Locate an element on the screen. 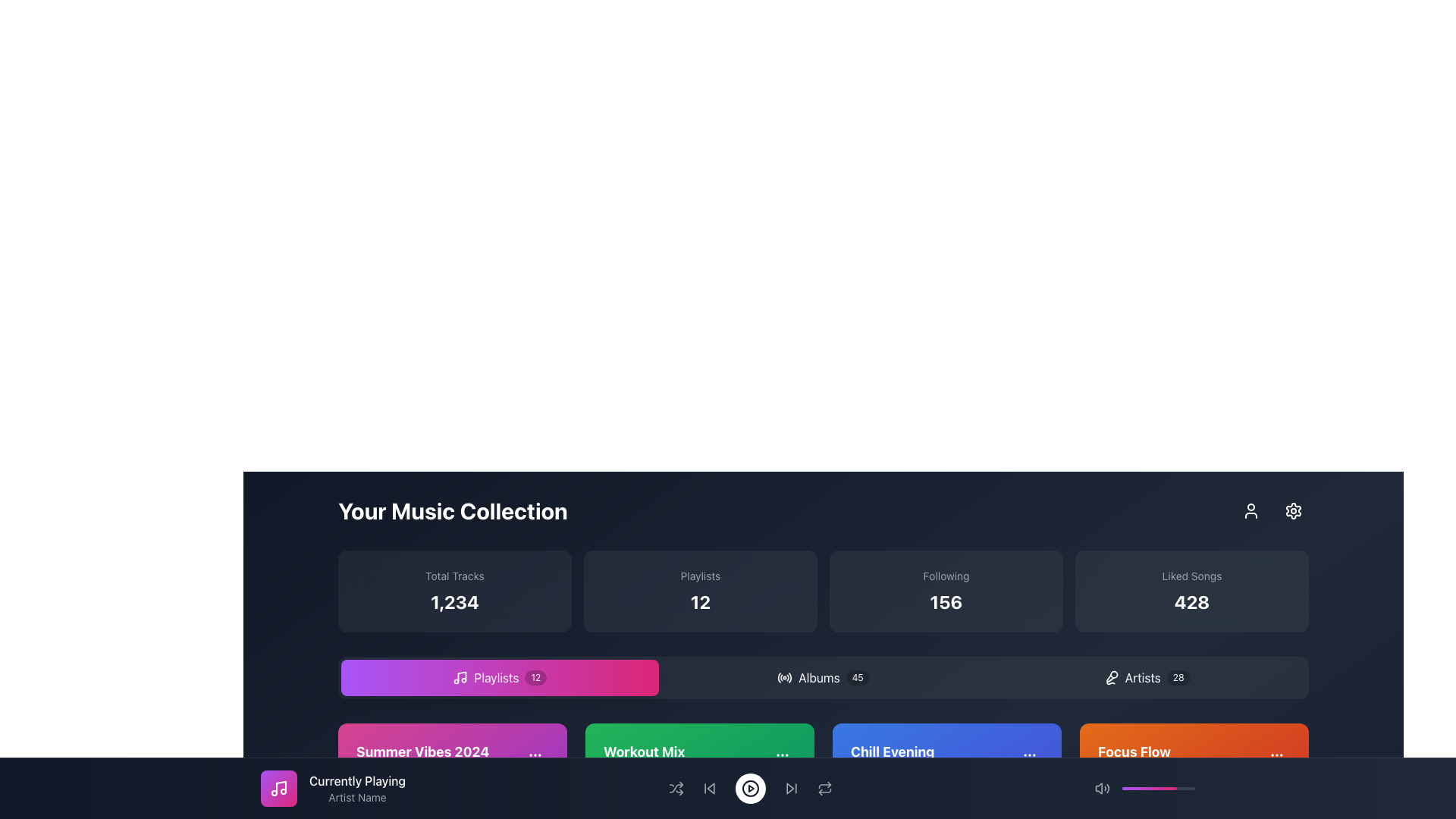  the circular button with a white background and dark play icon located in the bottom playback bar is located at coordinates (750, 788).